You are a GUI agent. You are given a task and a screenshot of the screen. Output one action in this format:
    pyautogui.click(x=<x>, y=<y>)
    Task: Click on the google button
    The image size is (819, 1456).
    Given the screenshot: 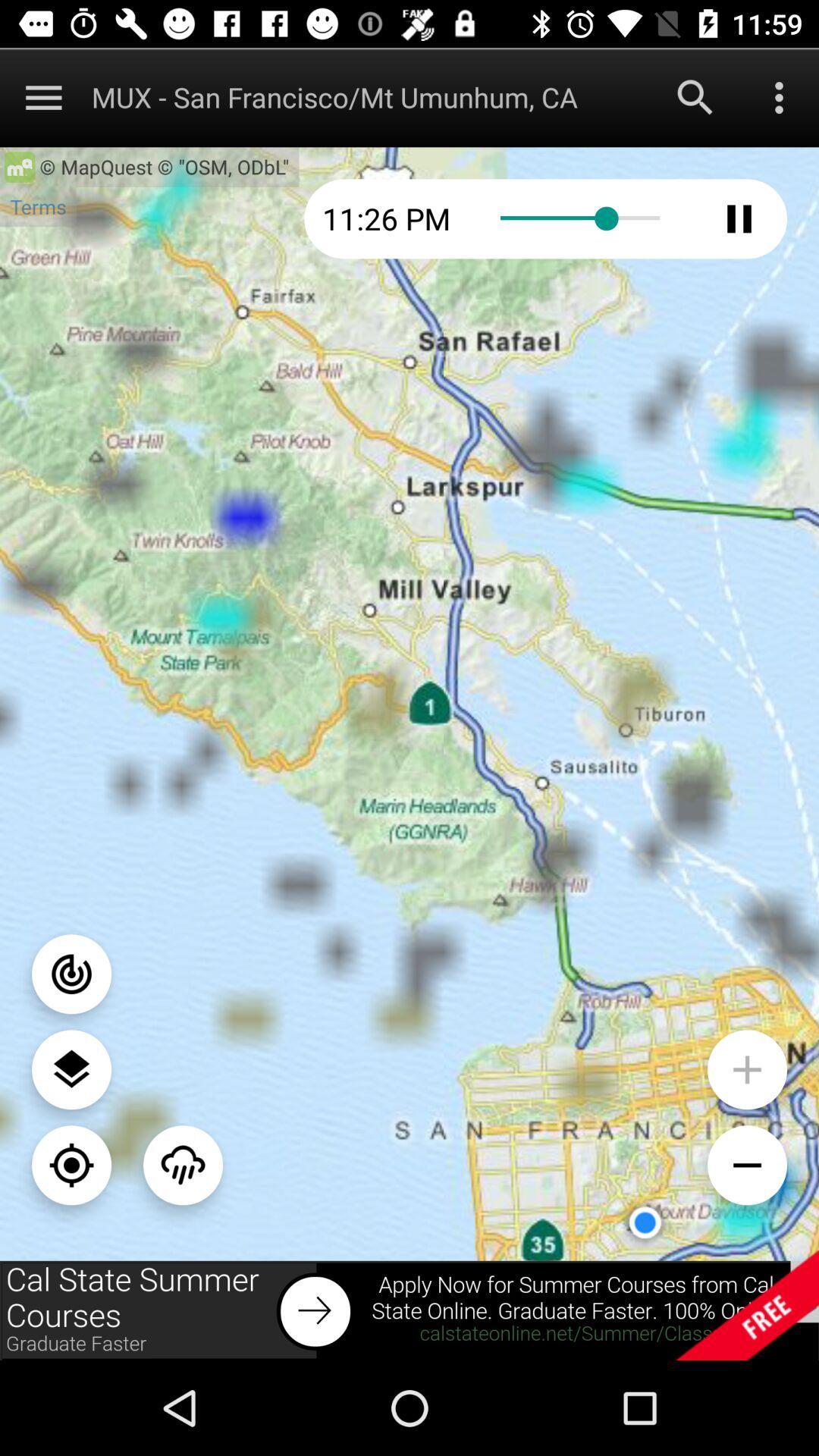 What is the action you would take?
    pyautogui.click(x=695, y=96)
    